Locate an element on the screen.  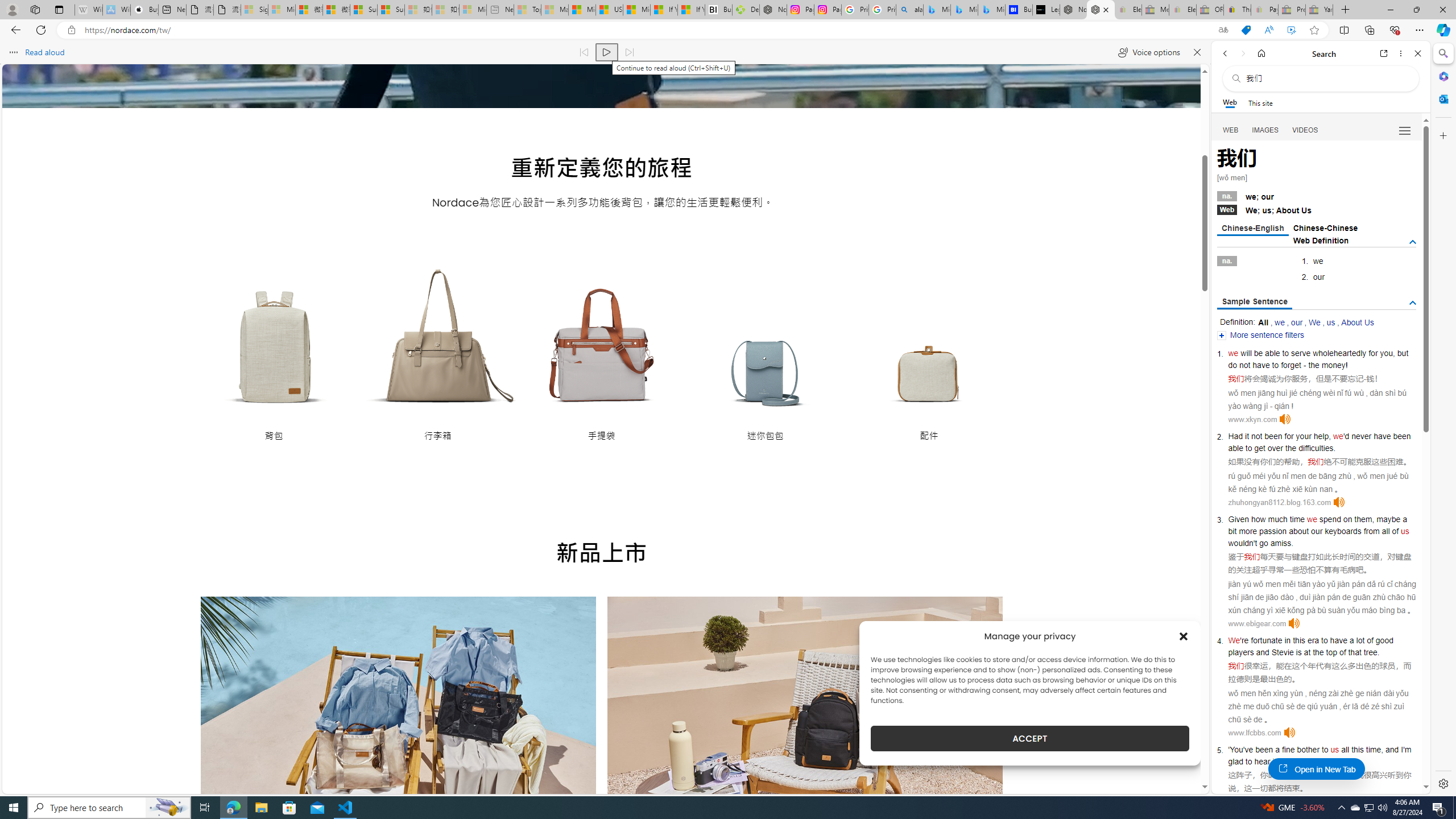
'but' is located at coordinates (1403, 353).